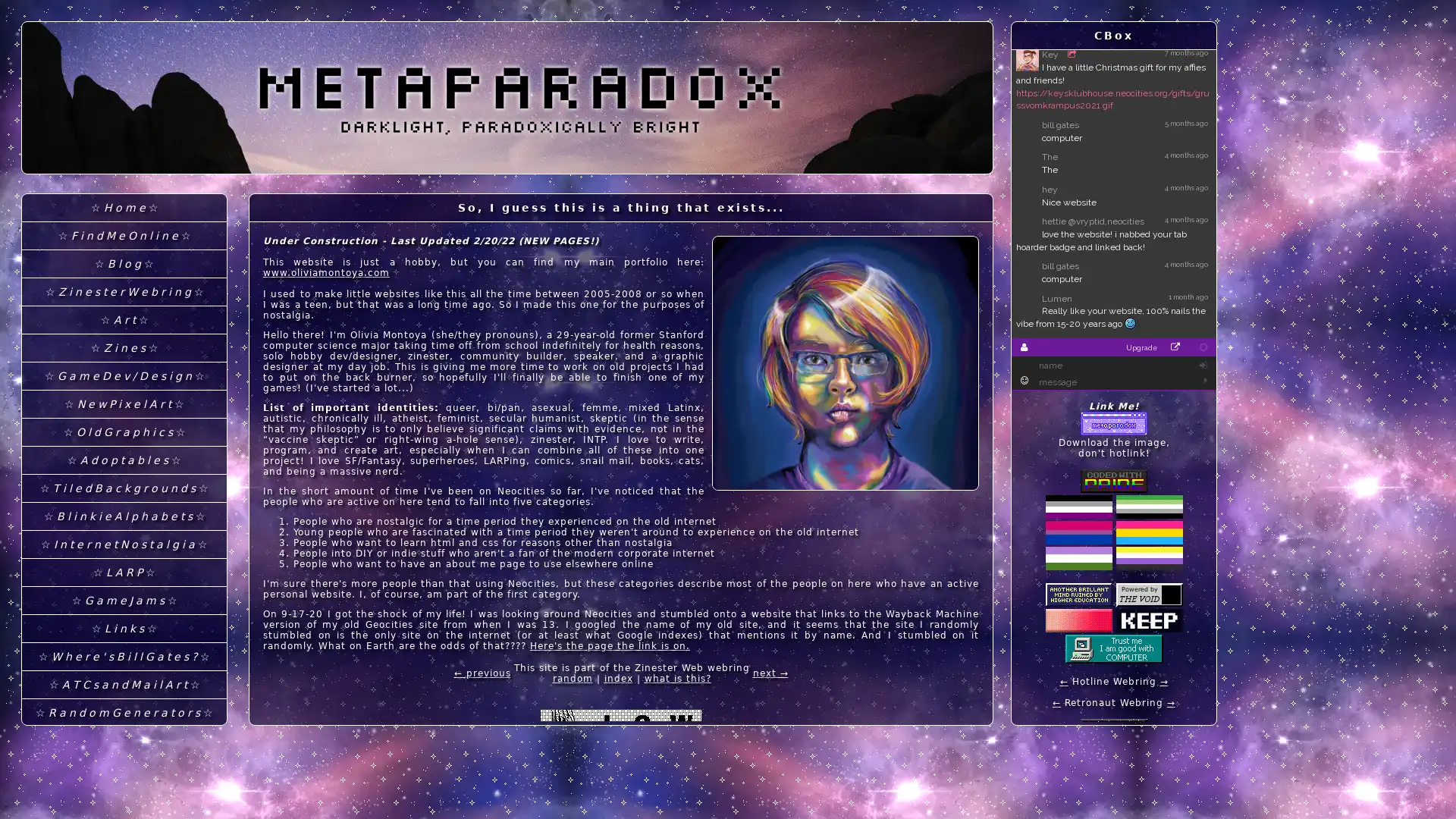 The width and height of the screenshot is (1456, 819). Describe the element at coordinates (124, 432) in the screenshot. I see `O l d G r a p h i c s` at that location.